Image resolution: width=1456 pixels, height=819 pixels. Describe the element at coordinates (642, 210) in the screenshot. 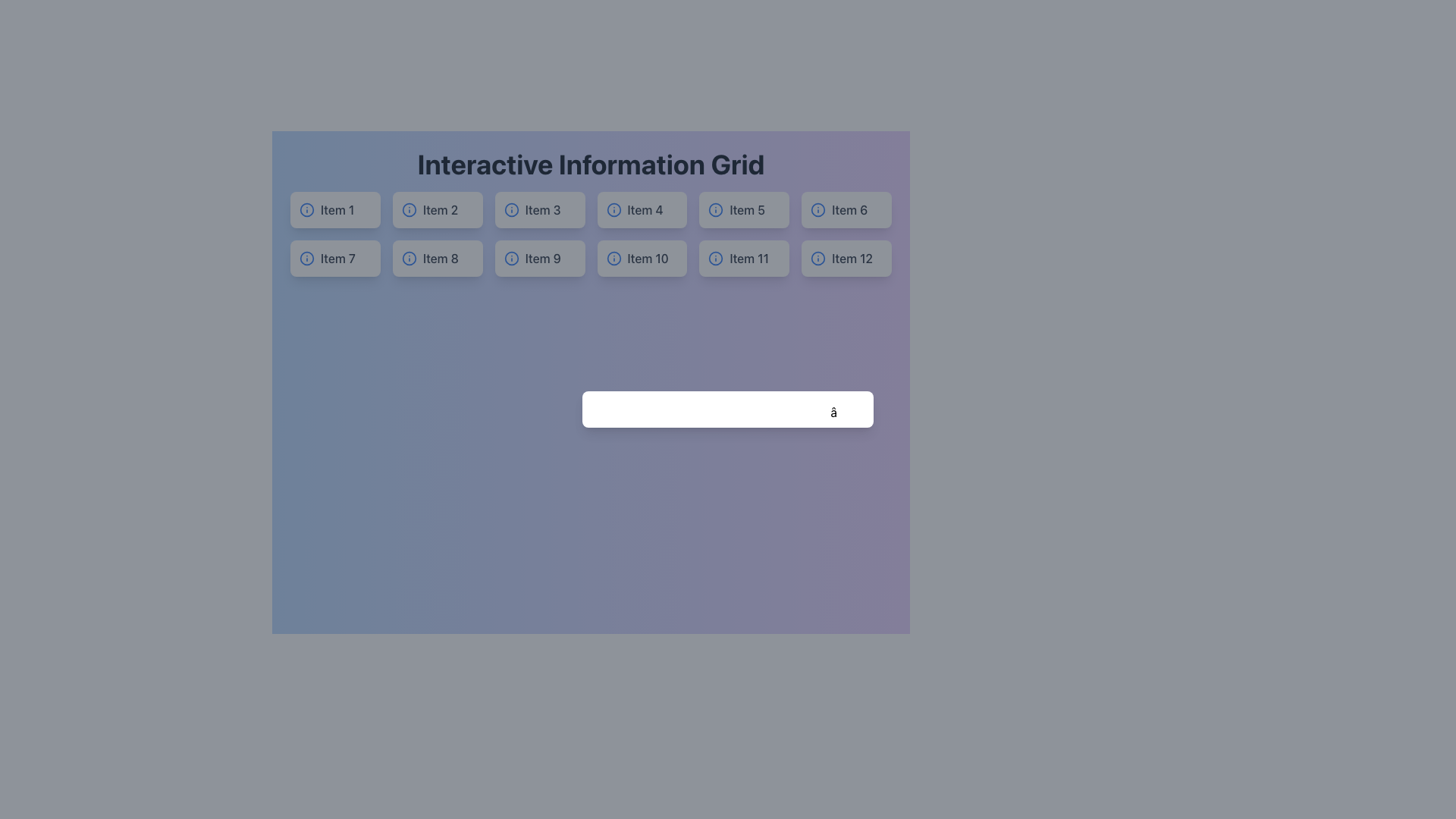

I see `the Label with Icon that reads 'Item 4', which features a blue circular information icon to its left` at that location.